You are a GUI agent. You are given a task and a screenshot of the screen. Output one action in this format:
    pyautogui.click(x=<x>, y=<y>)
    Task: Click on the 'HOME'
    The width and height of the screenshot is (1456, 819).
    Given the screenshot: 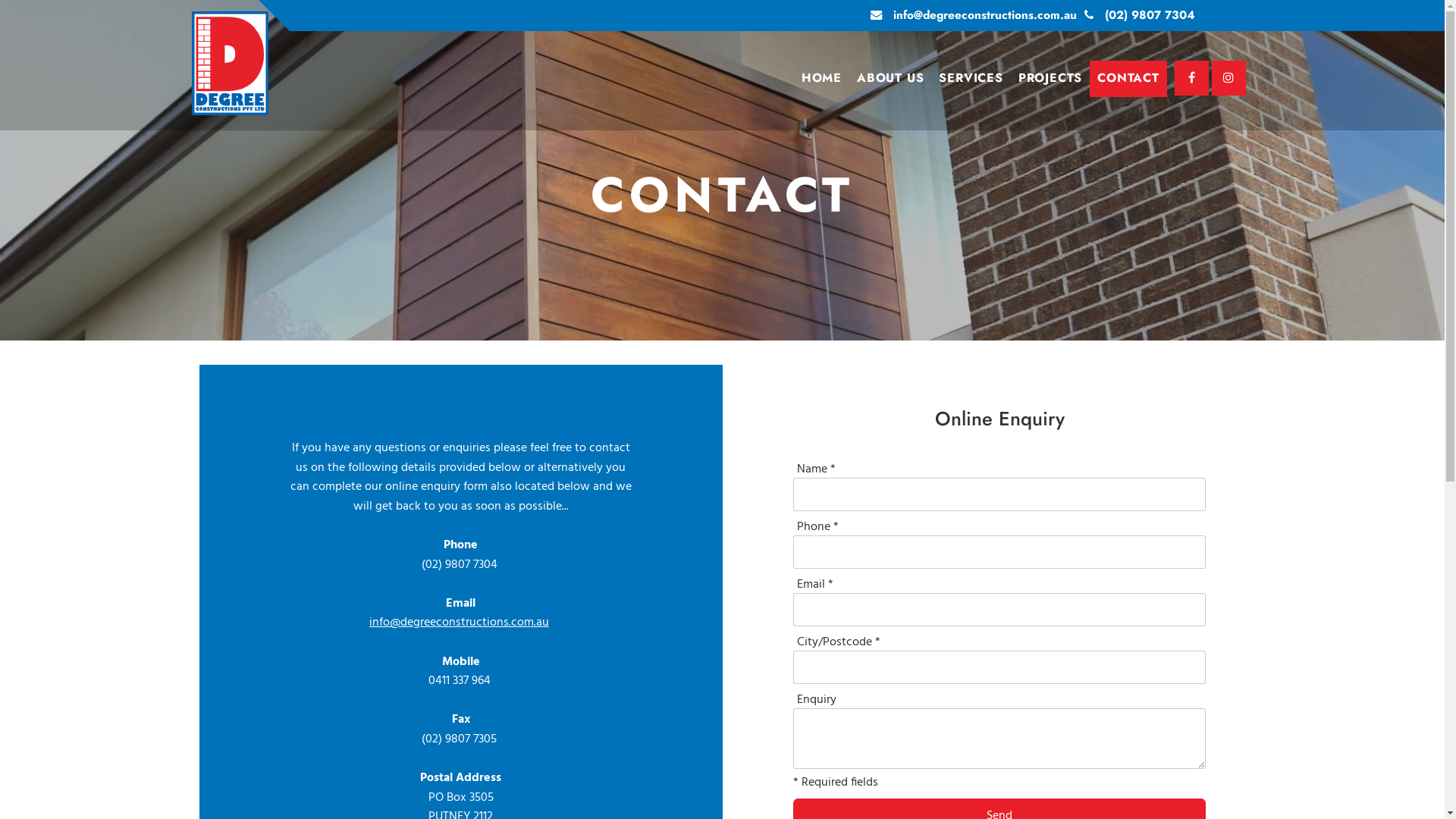 What is the action you would take?
    pyautogui.click(x=821, y=79)
    